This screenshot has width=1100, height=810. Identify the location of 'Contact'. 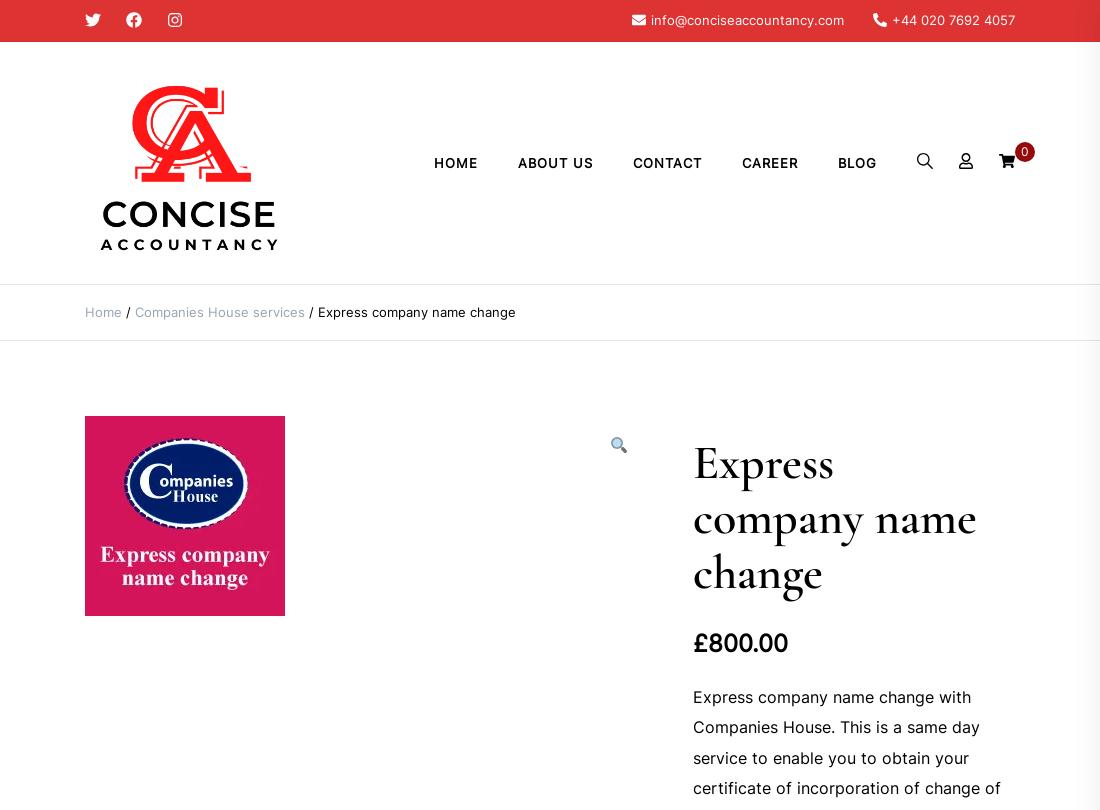
(667, 162).